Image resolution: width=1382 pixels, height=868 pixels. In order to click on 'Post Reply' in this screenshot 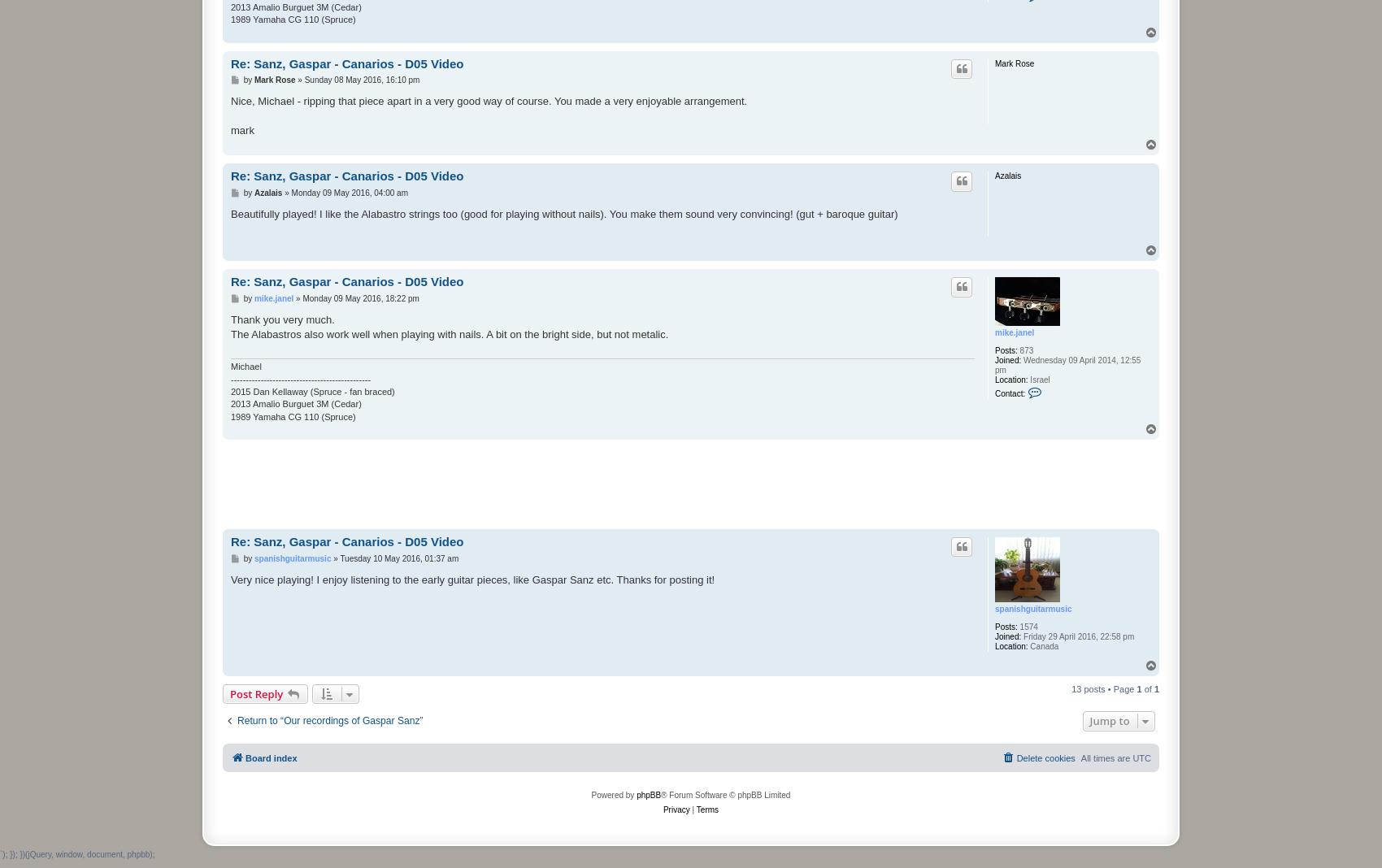, I will do `click(256, 692)`.